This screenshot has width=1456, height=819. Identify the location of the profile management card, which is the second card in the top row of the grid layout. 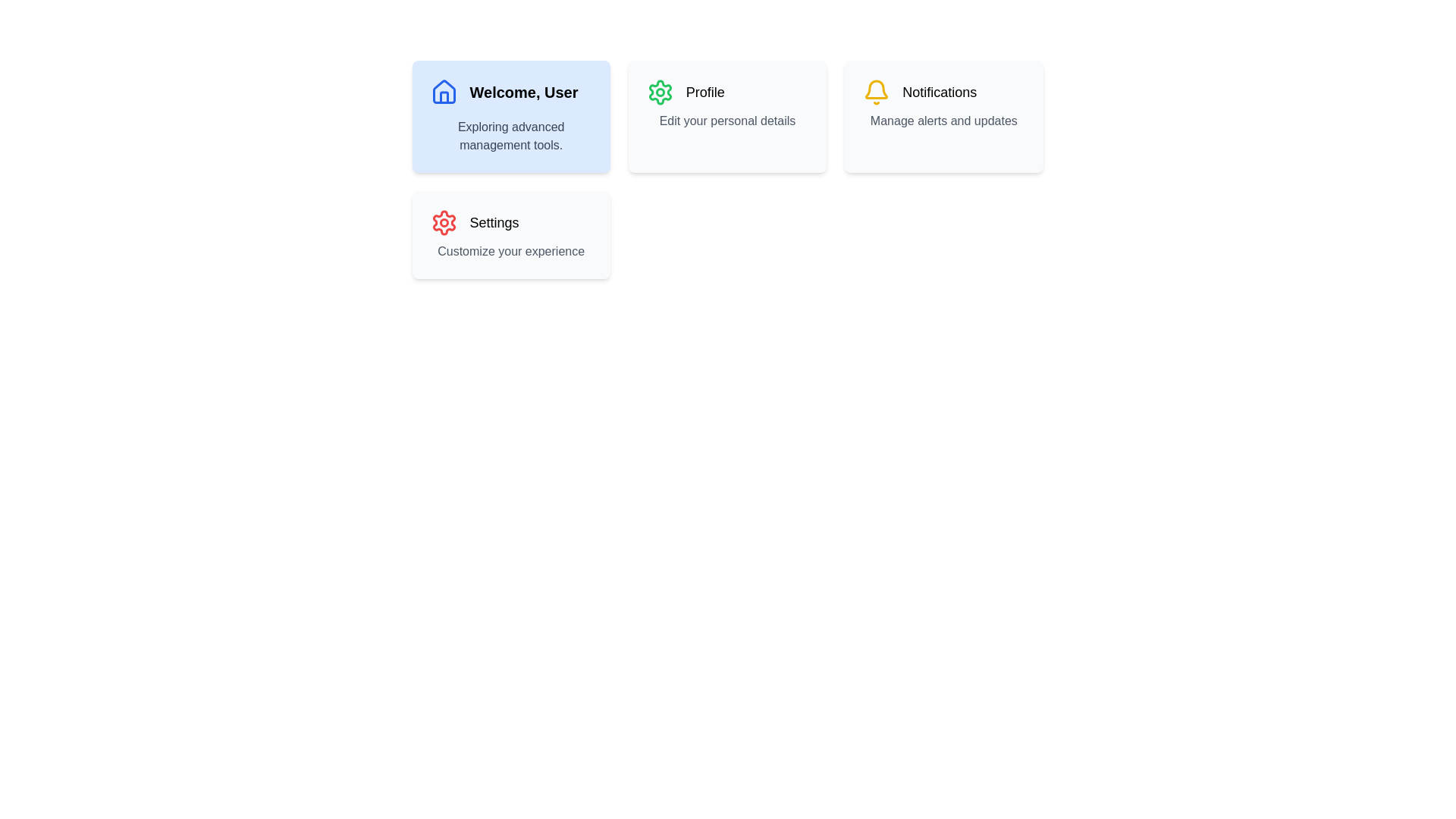
(726, 116).